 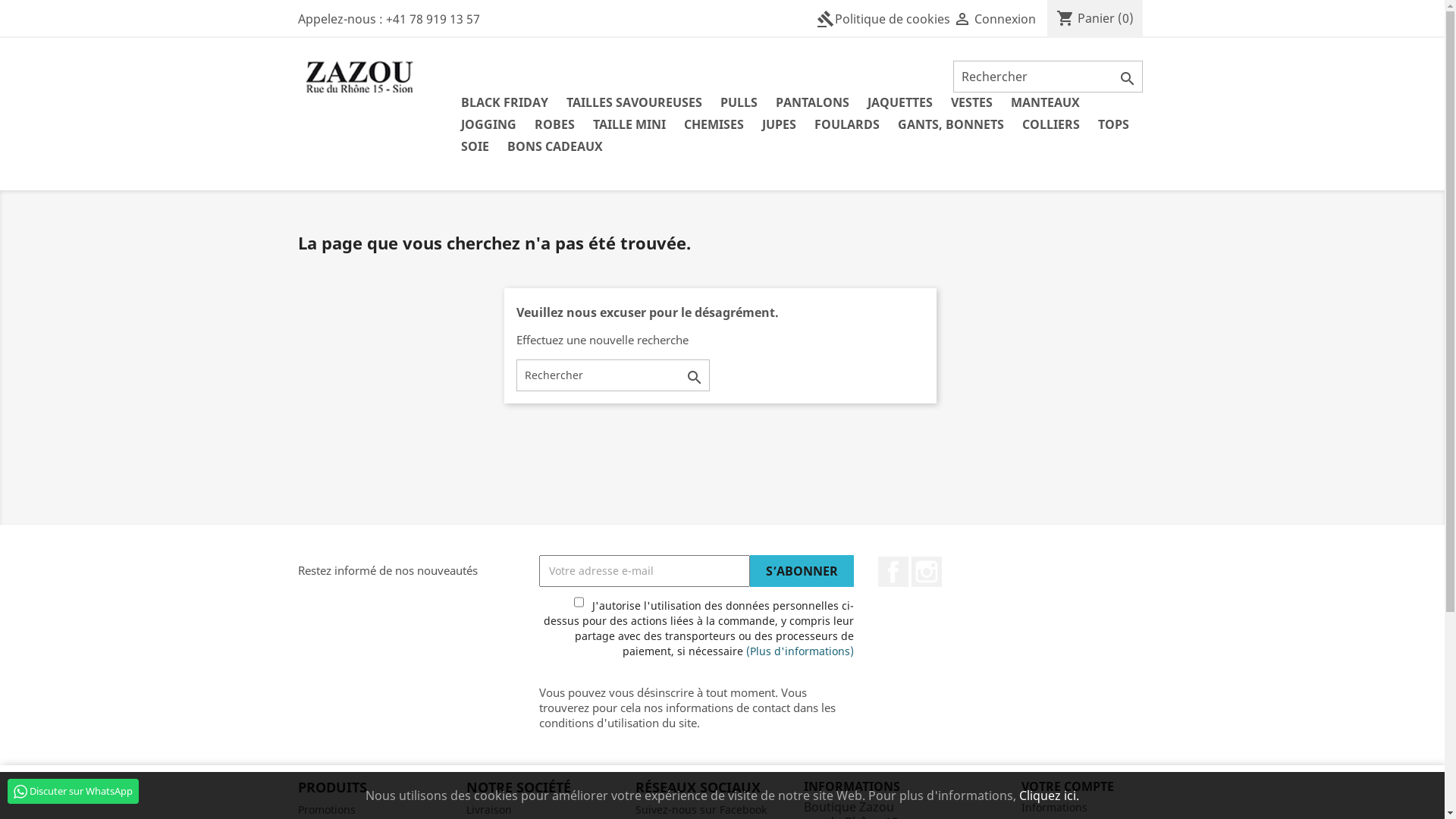 I want to click on 'BLACK FRIDAY', so click(x=504, y=102).